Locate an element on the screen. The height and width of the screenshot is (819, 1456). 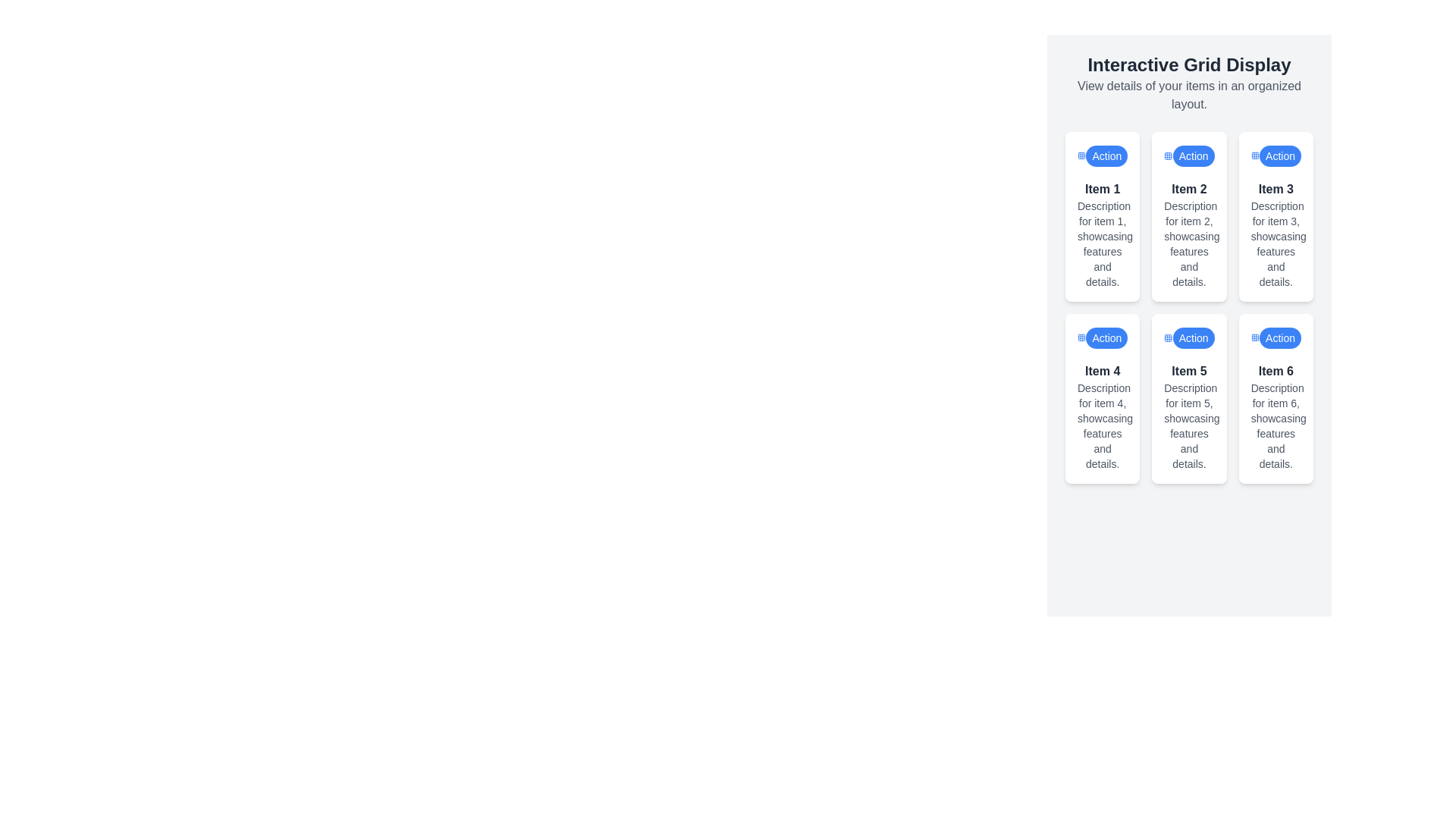
the grid icon located to the left of the 'Action' button text in the fifth card of a 2x3 grid layout, situated in the bottom row and second column is located at coordinates (1167, 337).